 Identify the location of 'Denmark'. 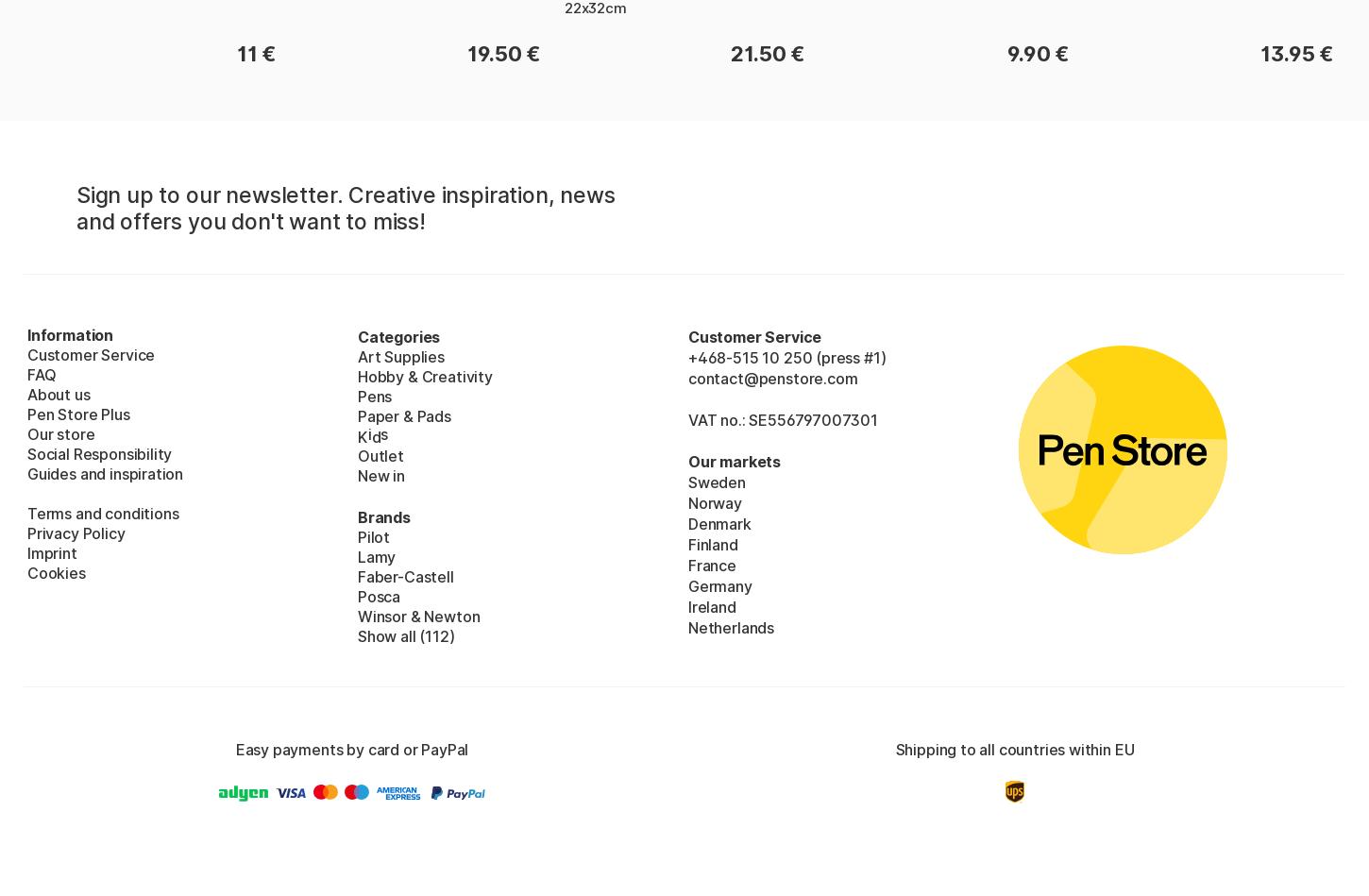
(718, 522).